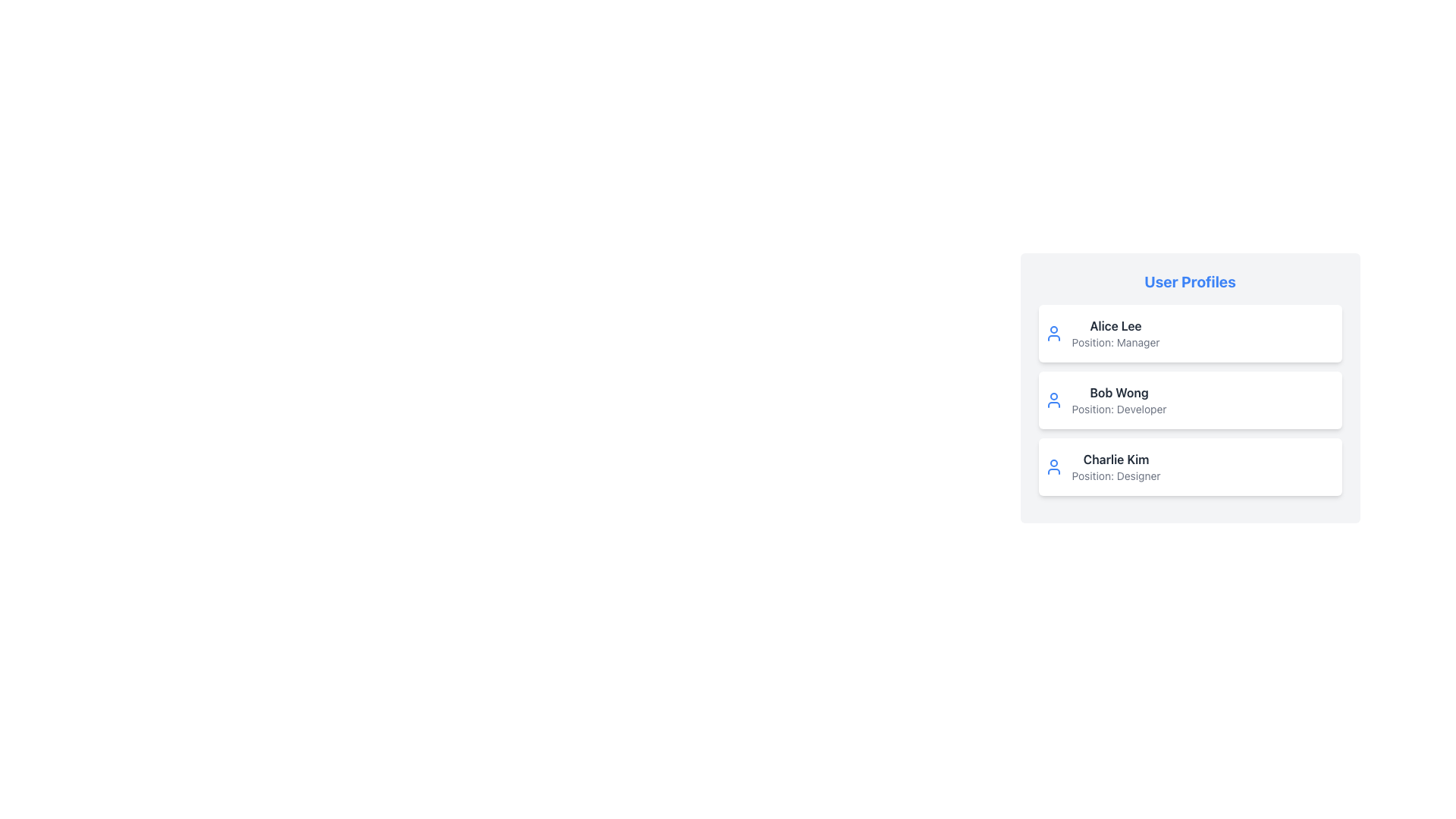 The image size is (1456, 819). What do you see at coordinates (1189, 400) in the screenshot?
I see `to select the profile card for 'Bob Wong', which is the second item in a vertical list of profile cards` at bounding box center [1189, 400].